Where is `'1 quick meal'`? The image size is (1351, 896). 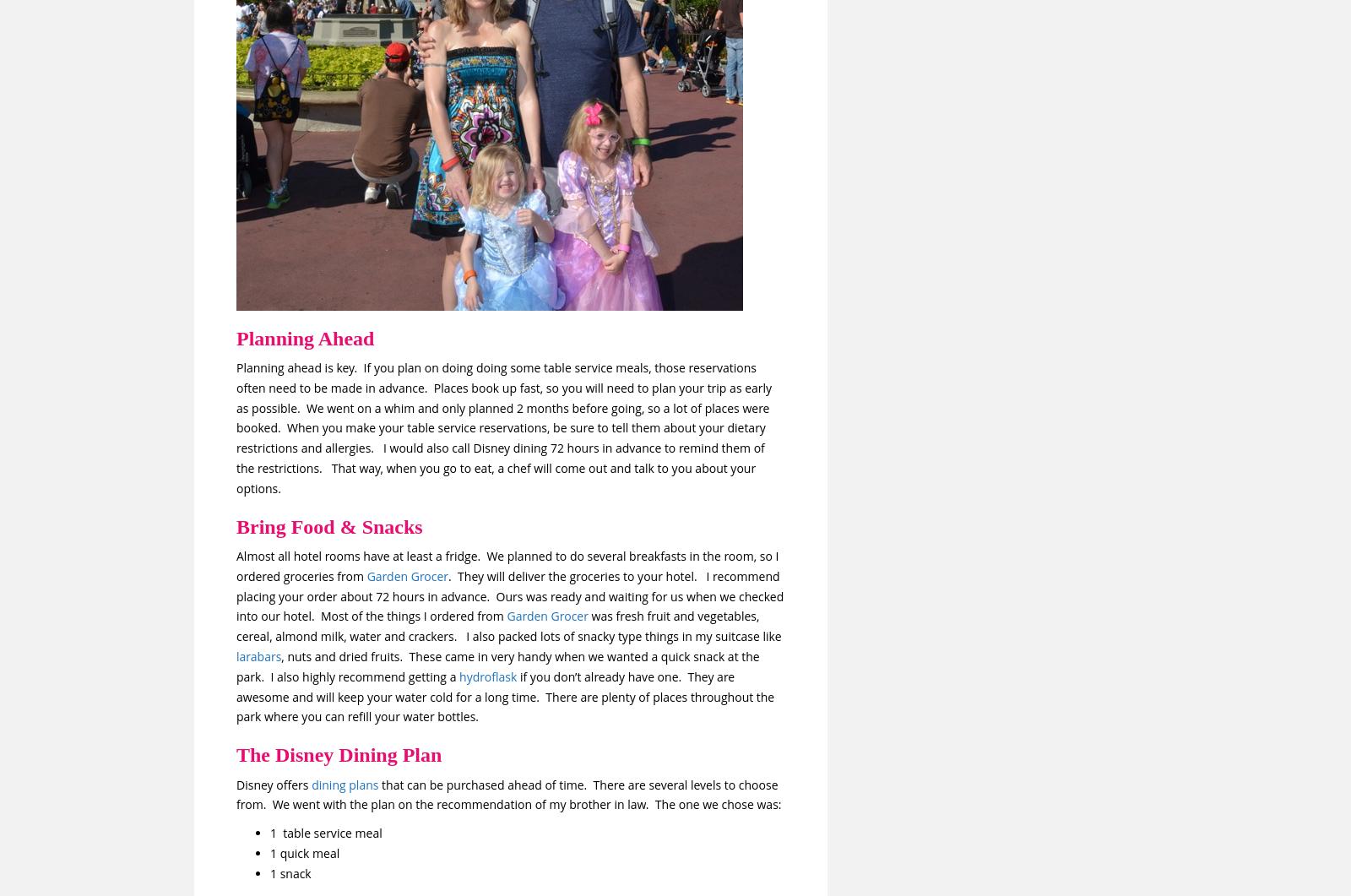 '1 quick meal' is located at coordinates (270, 851).